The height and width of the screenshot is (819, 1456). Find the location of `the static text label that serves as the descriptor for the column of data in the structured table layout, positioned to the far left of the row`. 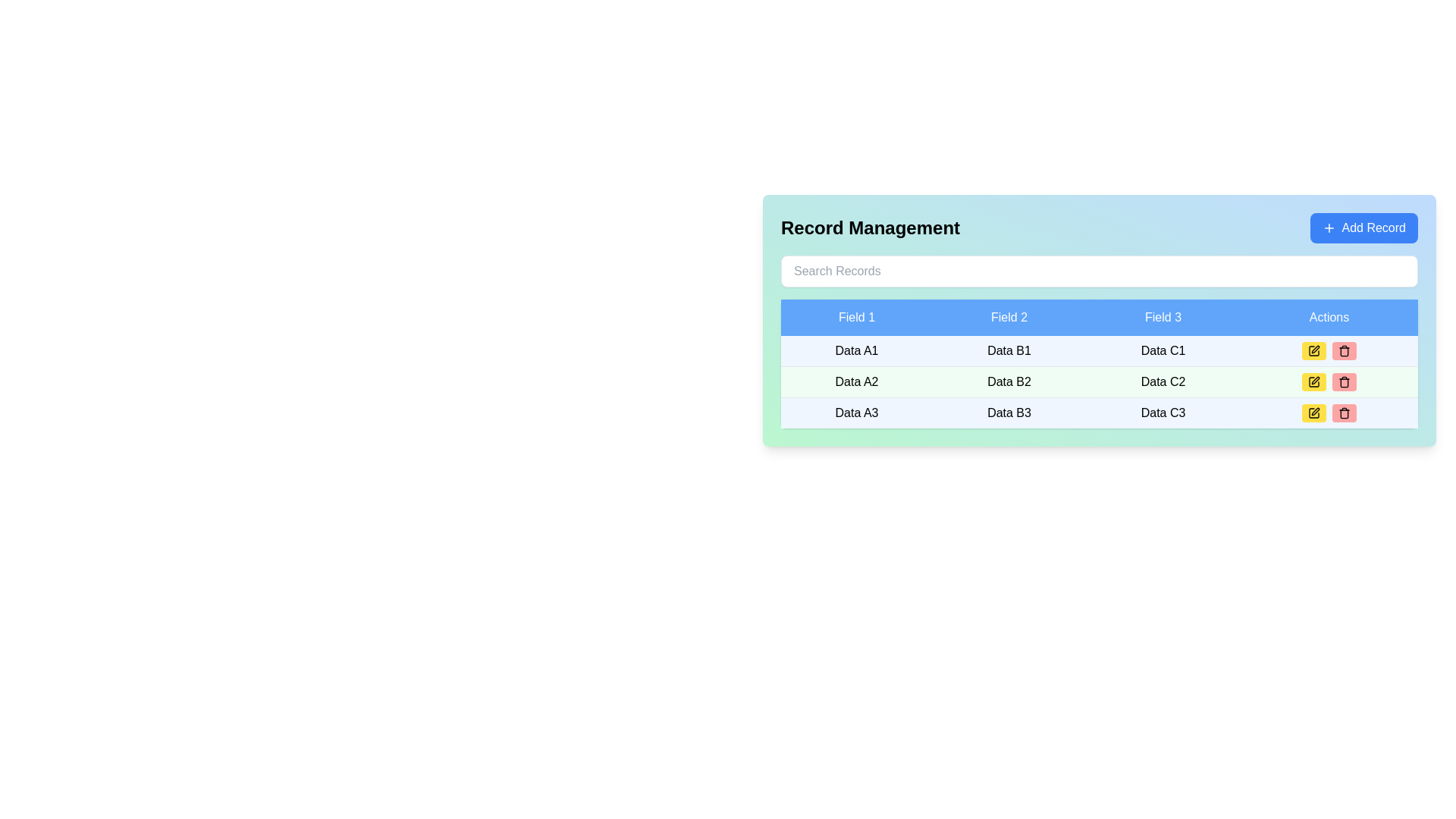

the static text label that serves as the descriptor for the column of data in the structured table layout, positioned to the far left of the row is located at coordinates (857, 317).